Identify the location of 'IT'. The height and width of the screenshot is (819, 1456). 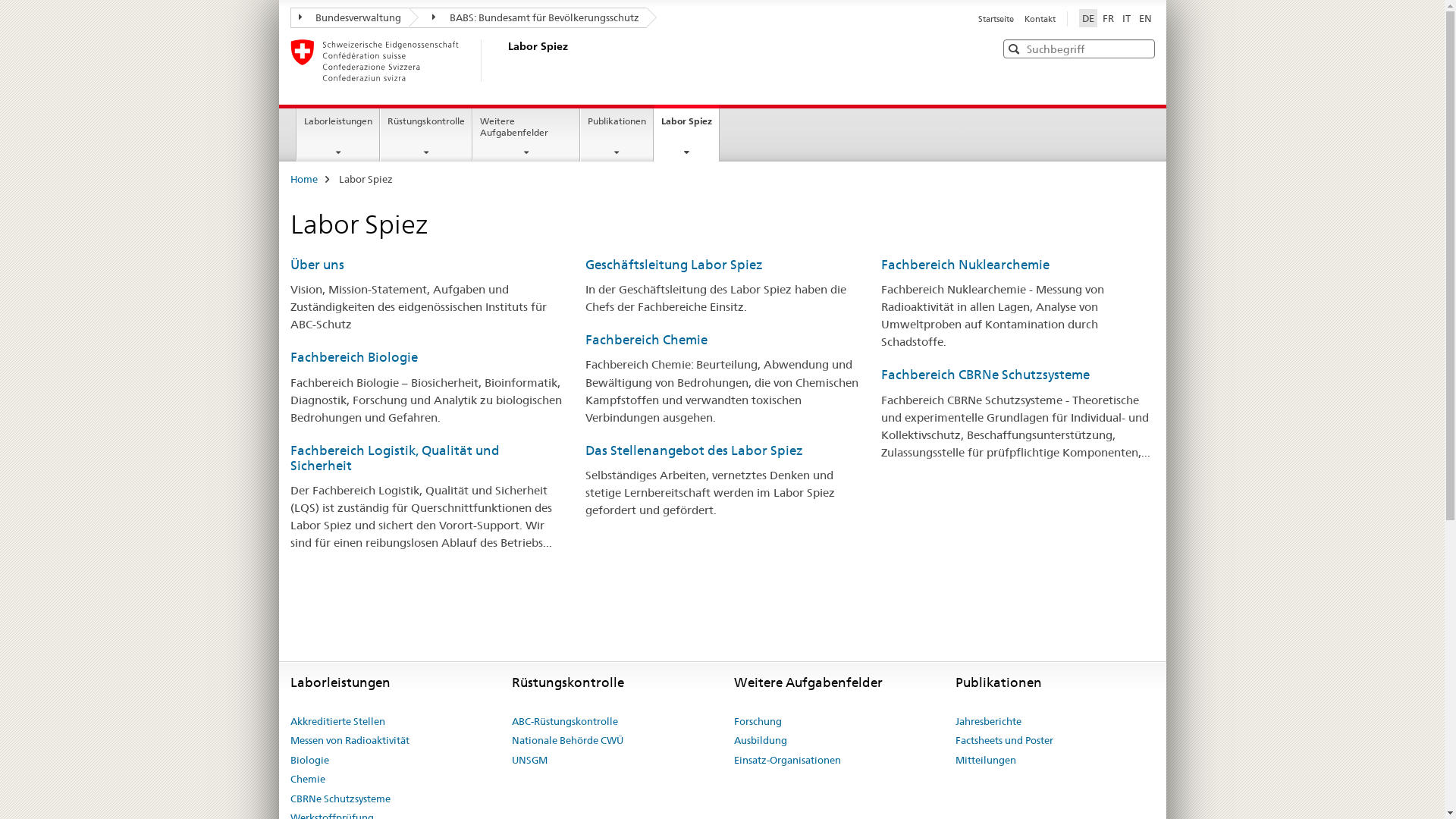
(1119, 17).